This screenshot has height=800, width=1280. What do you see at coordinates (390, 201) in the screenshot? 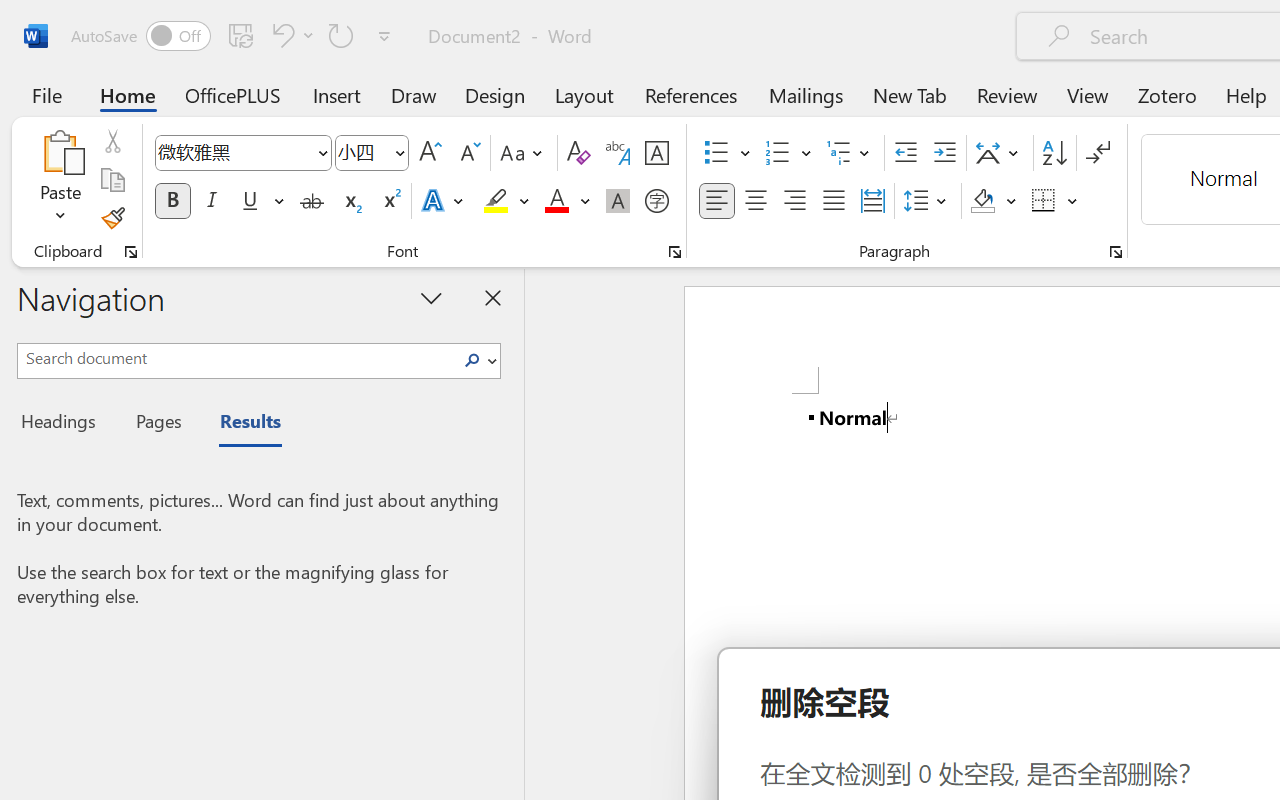
I see `'Superscript'` at bounding box center [390, 201].